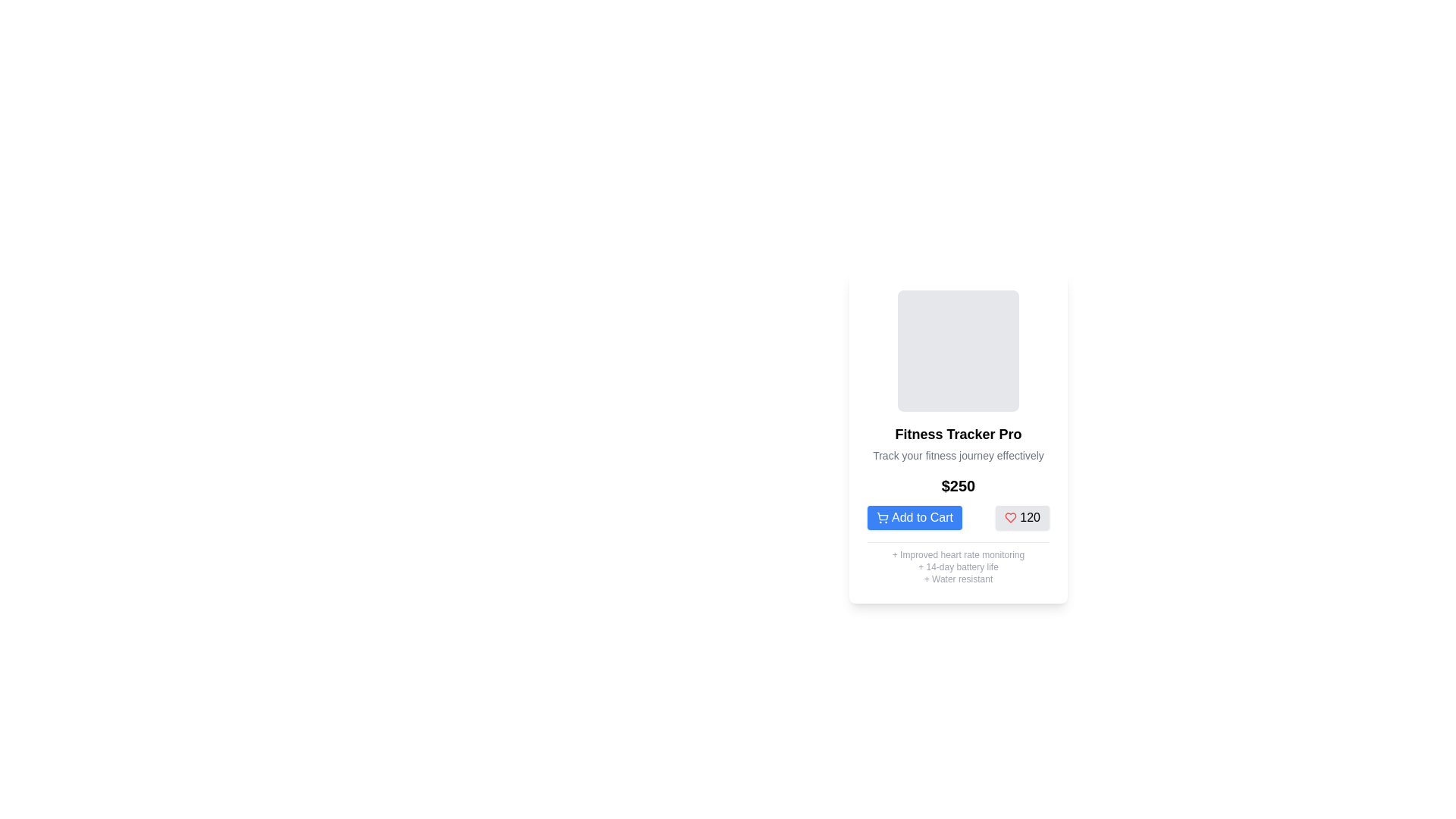 This screenshot has width=1456, height=819. What do you see at coordinates (957, 485) in the screenshot?
I see `the text label displaying the price '$250', which is centrally aligned below the subtitle 'Track your fitness journey effectively' and above the 'Add to Cart' button` at bounding box center [957, 485].